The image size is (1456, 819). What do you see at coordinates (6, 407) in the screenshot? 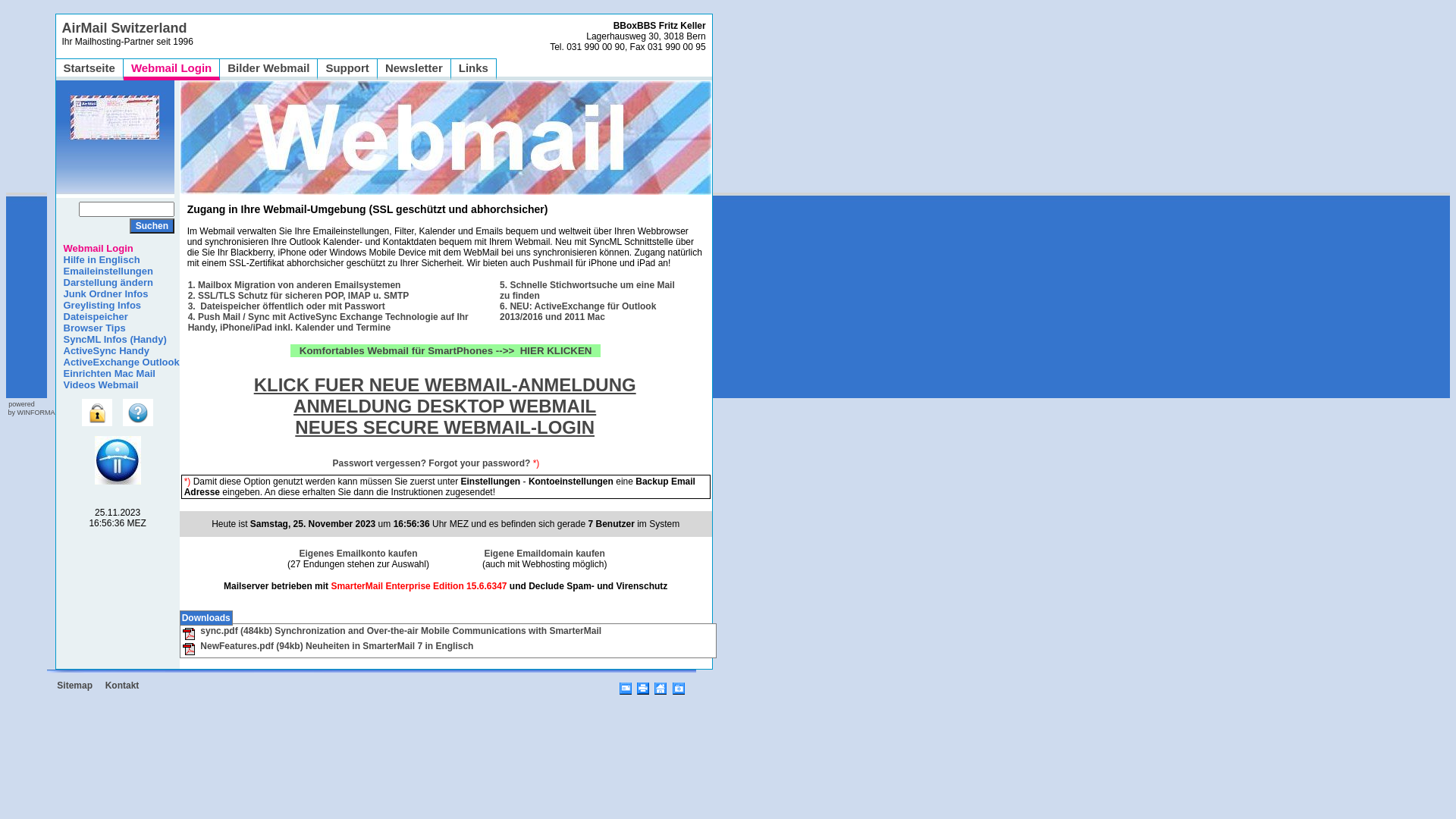
I see `'powered` at bounding box center [6, 407].